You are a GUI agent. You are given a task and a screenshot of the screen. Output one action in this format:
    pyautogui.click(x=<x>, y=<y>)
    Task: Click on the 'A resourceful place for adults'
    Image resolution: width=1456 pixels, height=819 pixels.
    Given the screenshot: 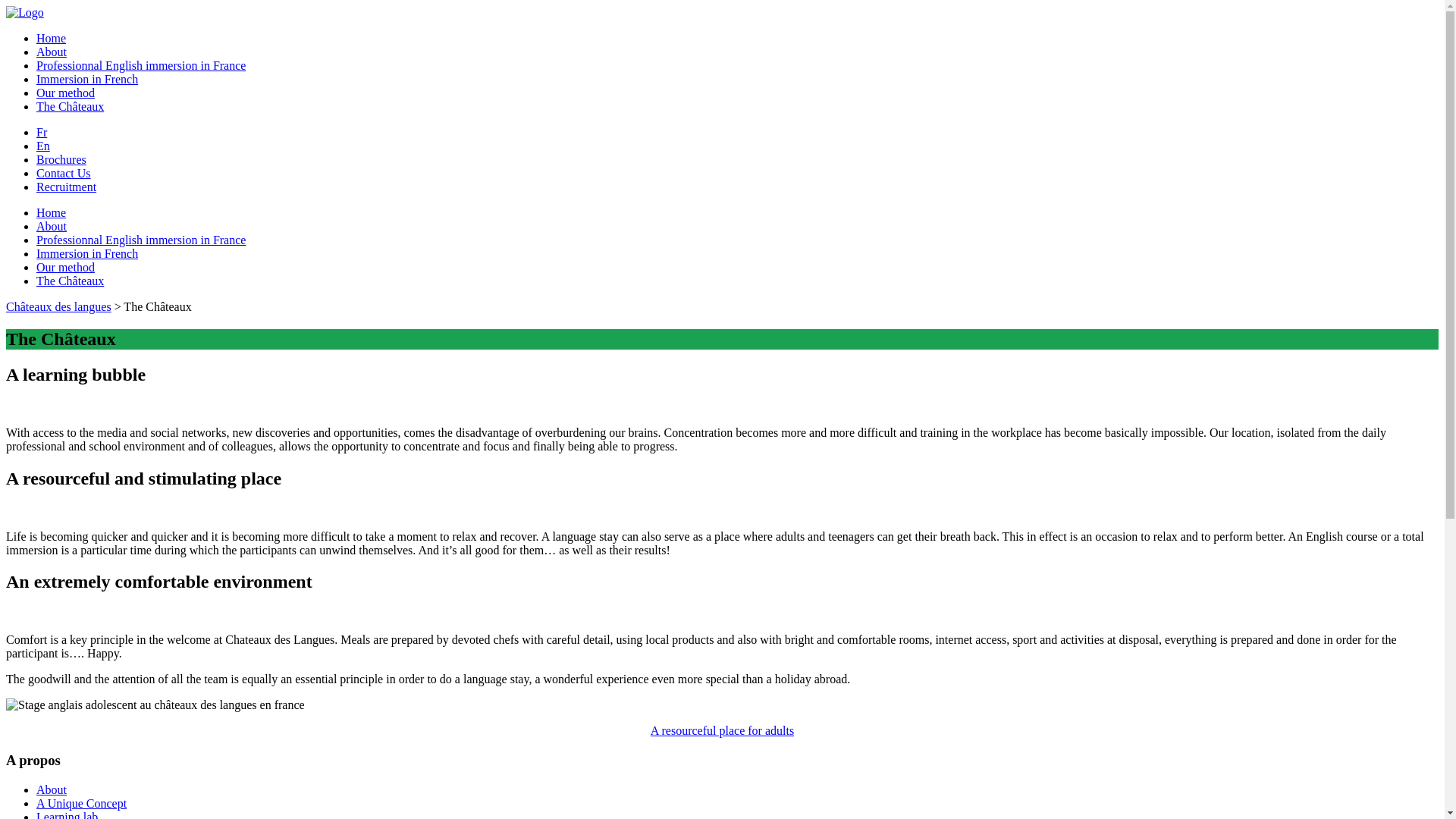 What is the action you would take?
    pyautogui.click(x=721, y=730)
    